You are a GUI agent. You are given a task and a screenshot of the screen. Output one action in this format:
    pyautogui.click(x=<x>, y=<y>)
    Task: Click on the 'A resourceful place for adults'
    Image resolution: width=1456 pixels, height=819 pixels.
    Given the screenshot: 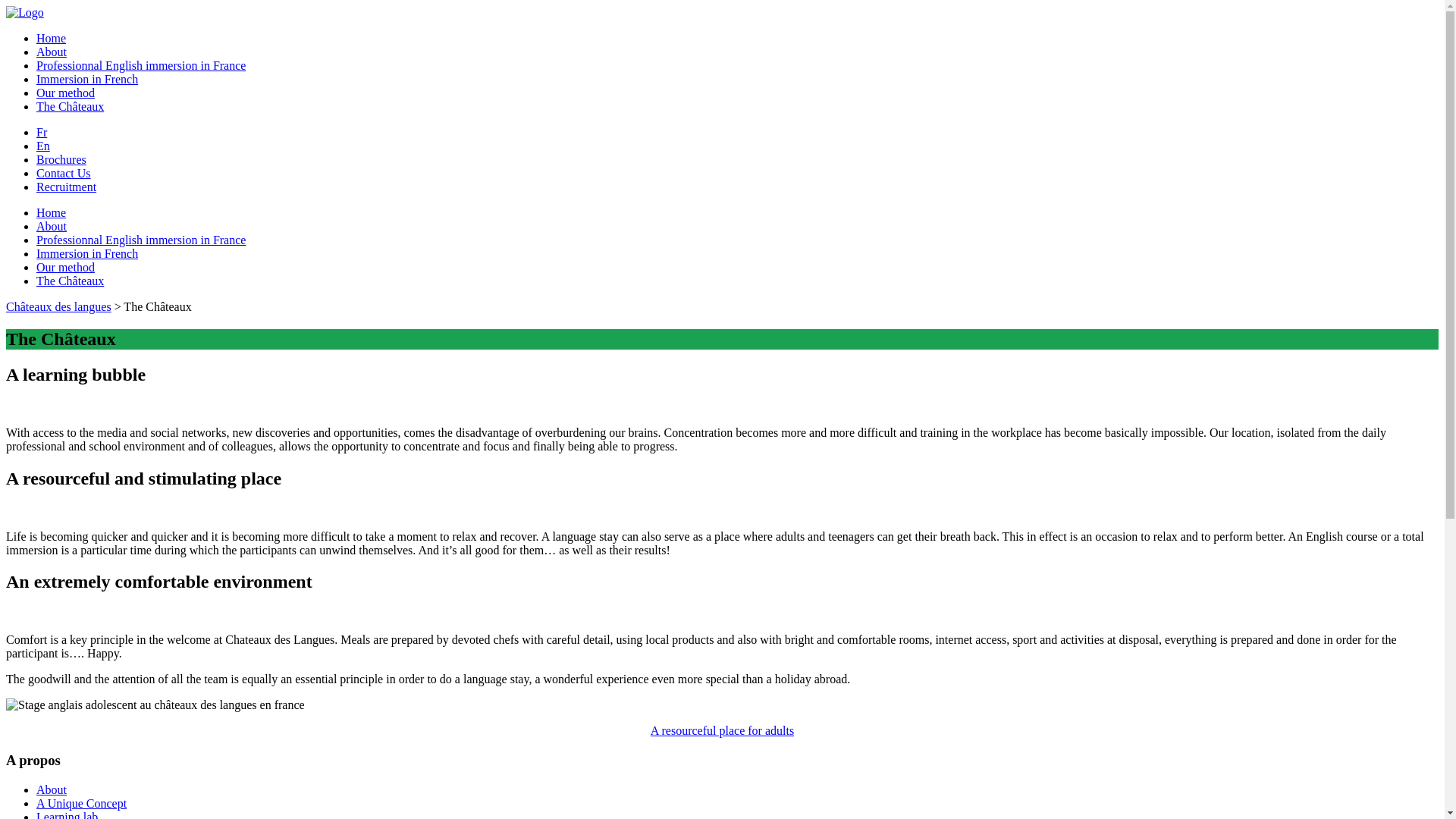 What is the action you would take?
    pyautogui.click(x=721, y=730)
    